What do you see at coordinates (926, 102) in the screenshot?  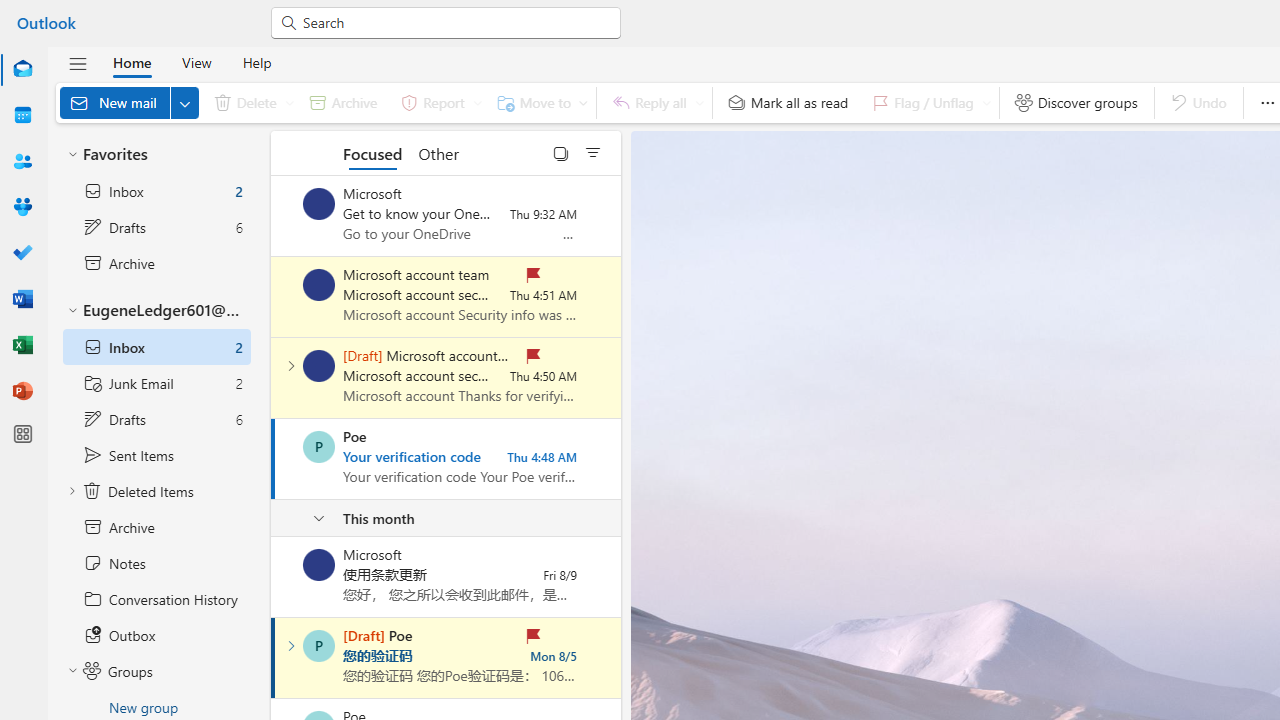 I see `'Flag / Unflag'` at bounding box center [926, 102].